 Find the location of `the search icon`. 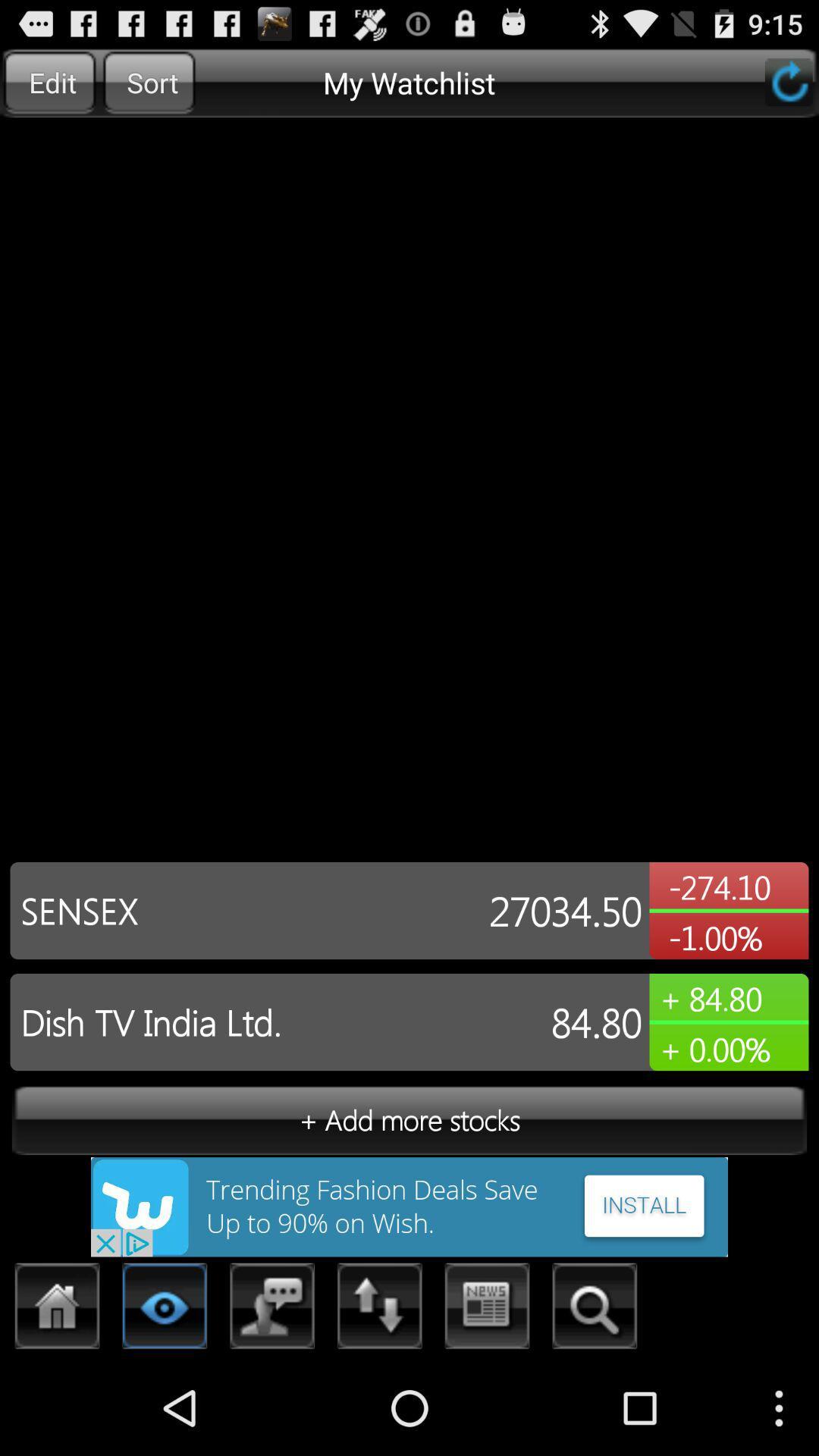

the search icon is located at coordinates (594, 1401).